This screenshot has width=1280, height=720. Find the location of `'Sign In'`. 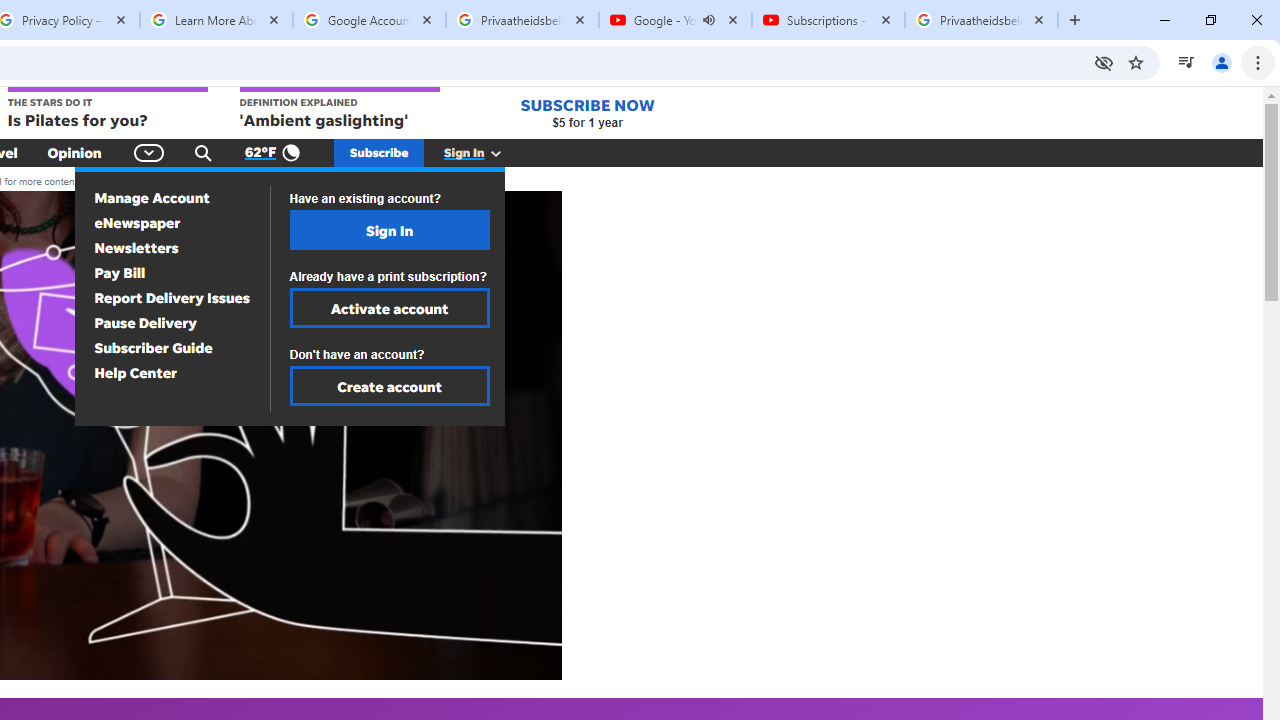

'Sign In' is located at coordinates (389, 229).